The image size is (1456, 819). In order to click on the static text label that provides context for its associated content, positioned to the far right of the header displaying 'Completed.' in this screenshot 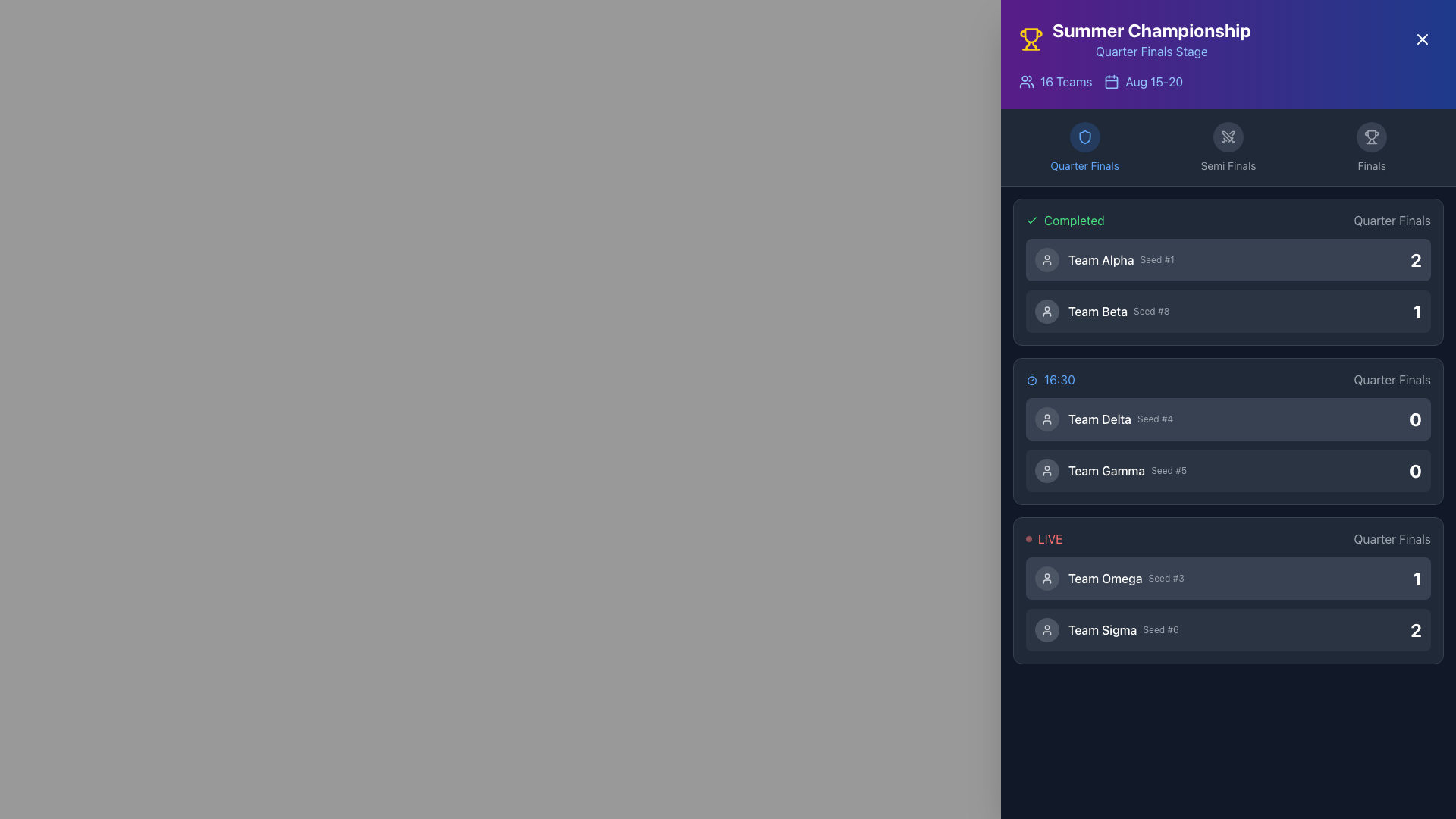, I will do `click(1392, 220)`.